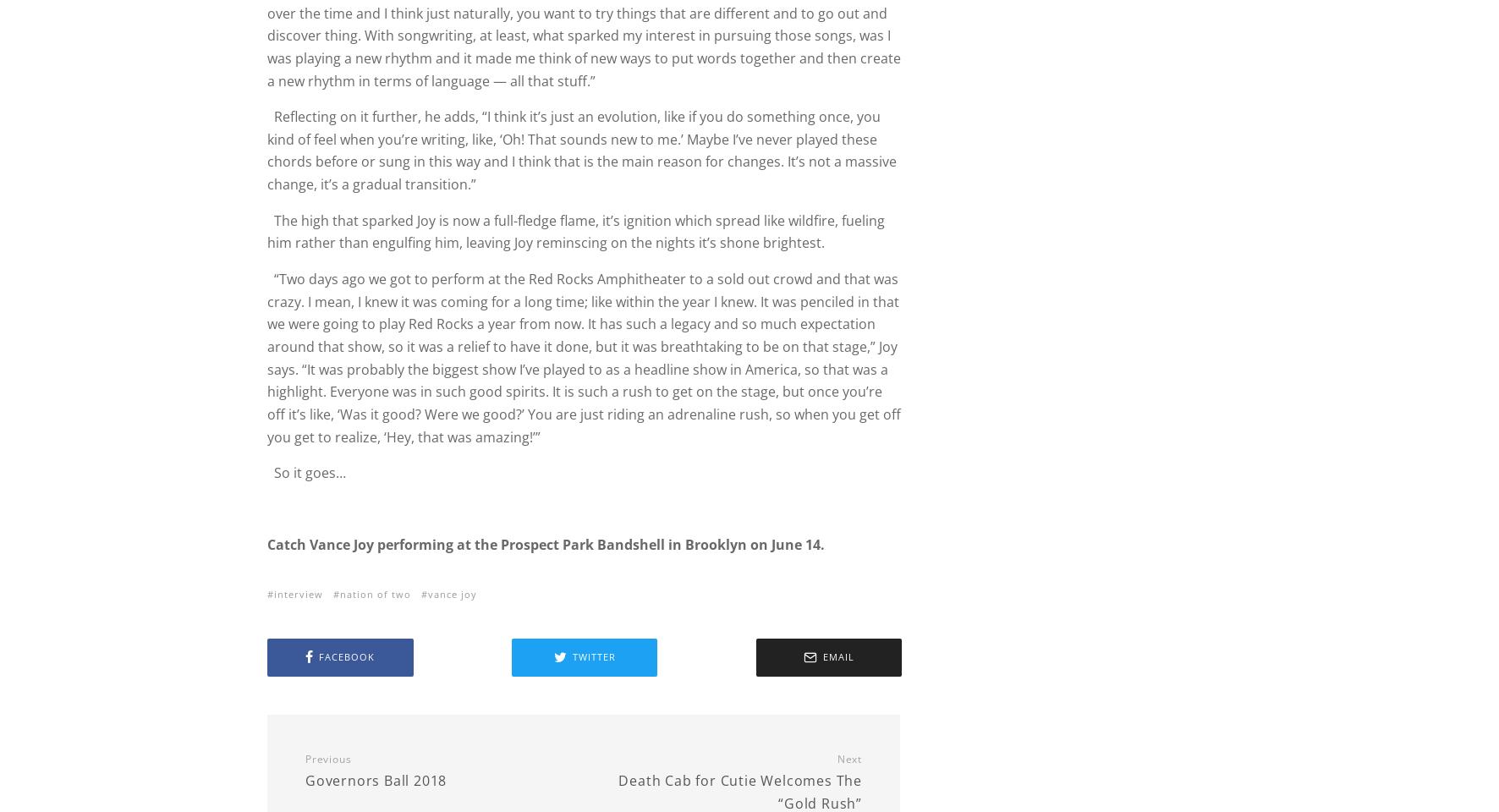  Describe the element at coordinates (305, 757) in the screenshot. I see `'Previous'` at that location.